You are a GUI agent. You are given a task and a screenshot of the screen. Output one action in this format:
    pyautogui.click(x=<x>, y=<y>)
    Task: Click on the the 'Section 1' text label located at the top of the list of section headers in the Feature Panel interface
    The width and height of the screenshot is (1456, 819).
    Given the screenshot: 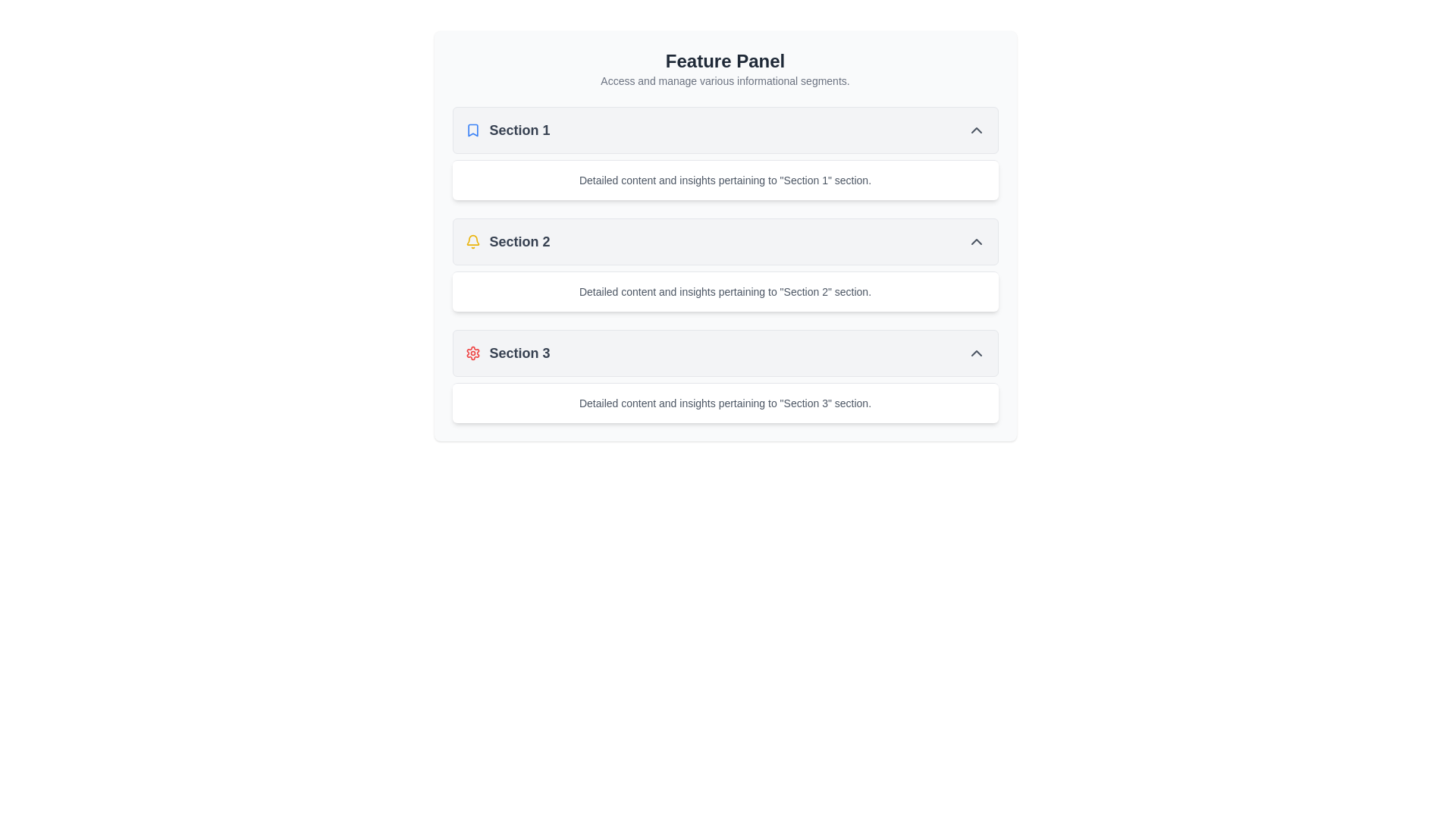 What is the action you would take?
    pyautogui.click(x=519, y=130)
    